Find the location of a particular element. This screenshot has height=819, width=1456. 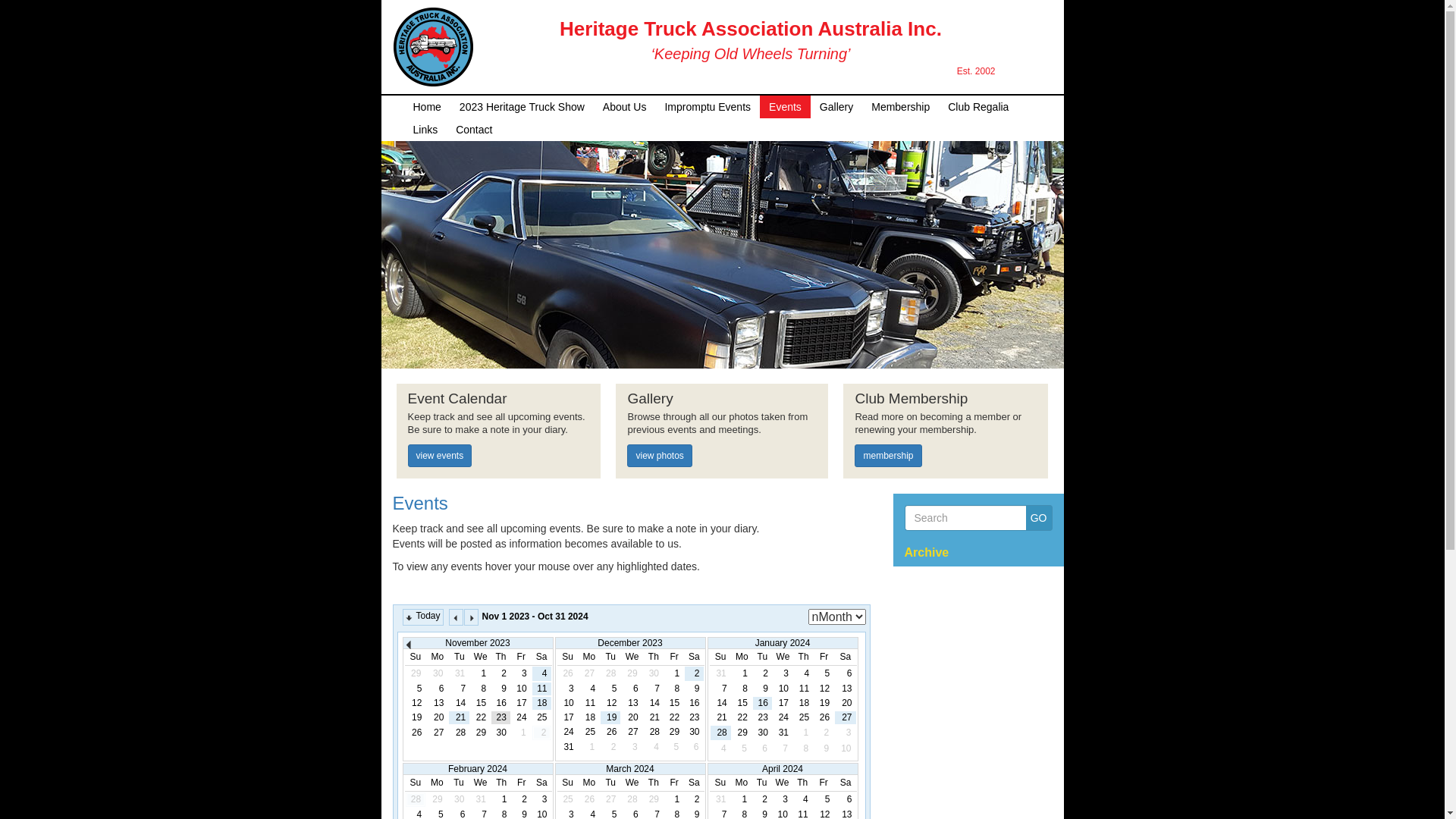

'4' is located at coordinates (541, 673).